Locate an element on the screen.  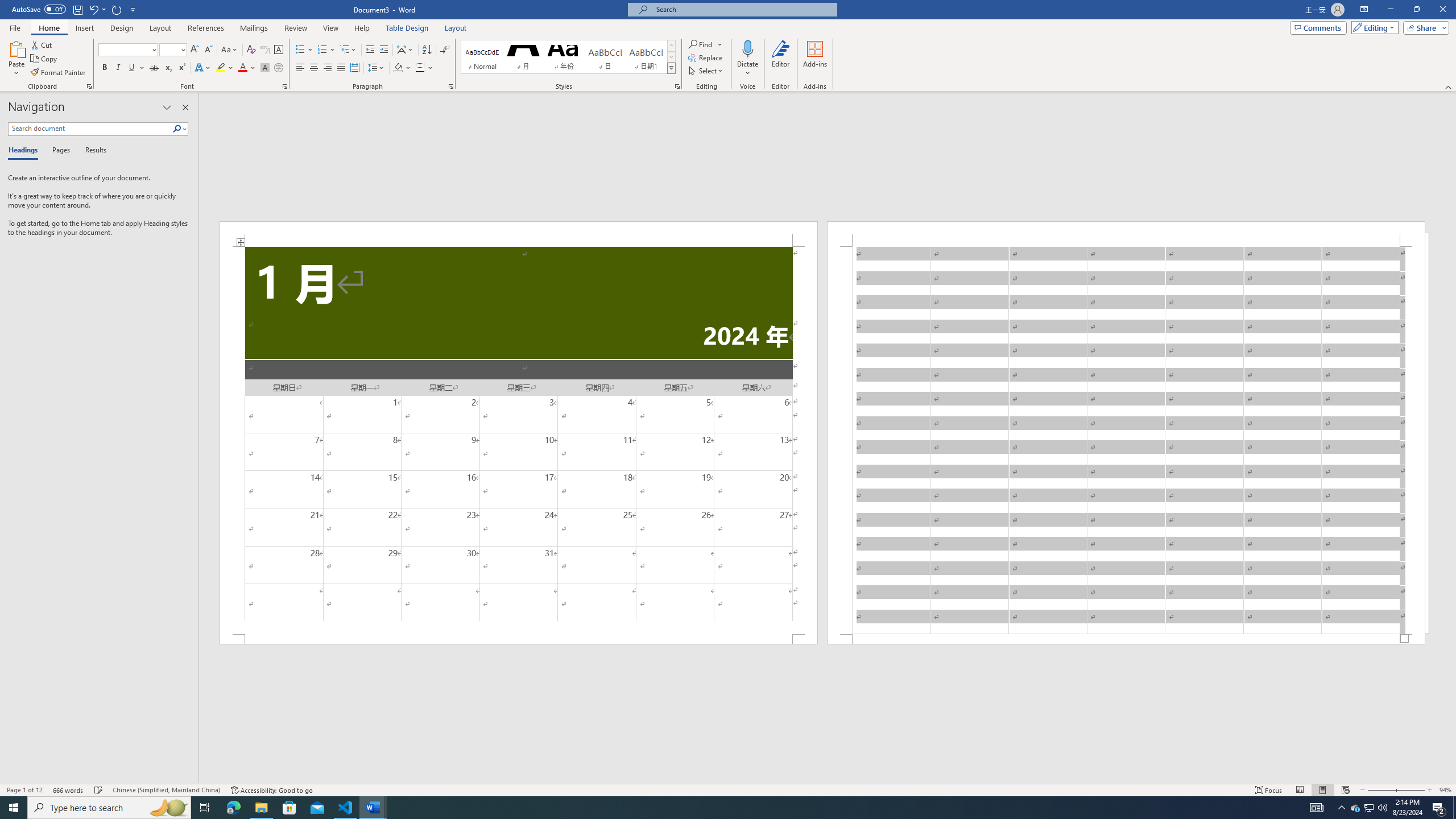
'Customize Quick Access Toolbar' is located at coordinates (133, 9).